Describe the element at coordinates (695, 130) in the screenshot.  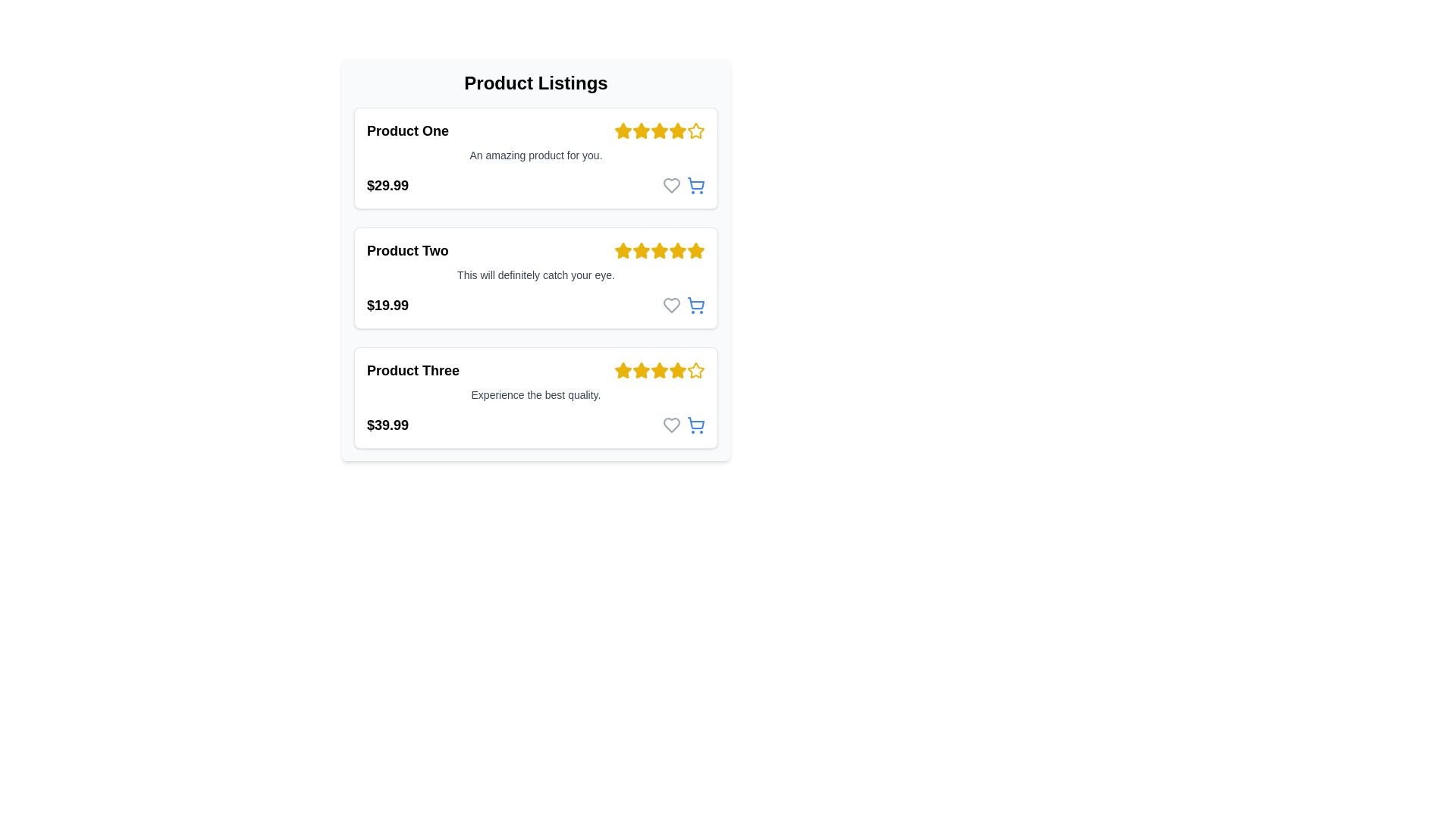
I see `the fifth rating star icon for 'Product One' in the 'Product Listings' panel` at that location.